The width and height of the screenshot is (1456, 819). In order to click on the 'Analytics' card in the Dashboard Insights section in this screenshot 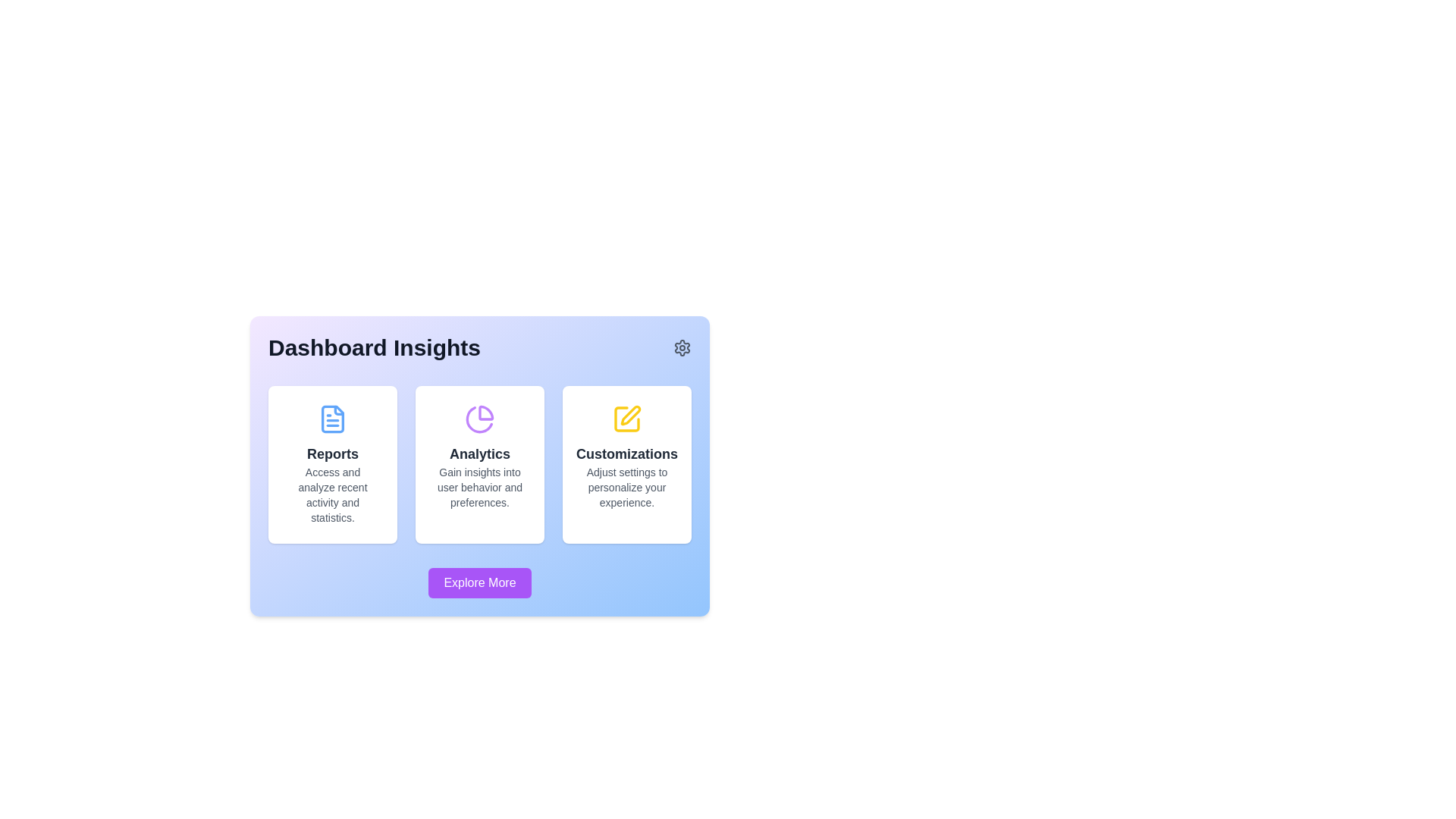, I will do `click(479, 464)`.